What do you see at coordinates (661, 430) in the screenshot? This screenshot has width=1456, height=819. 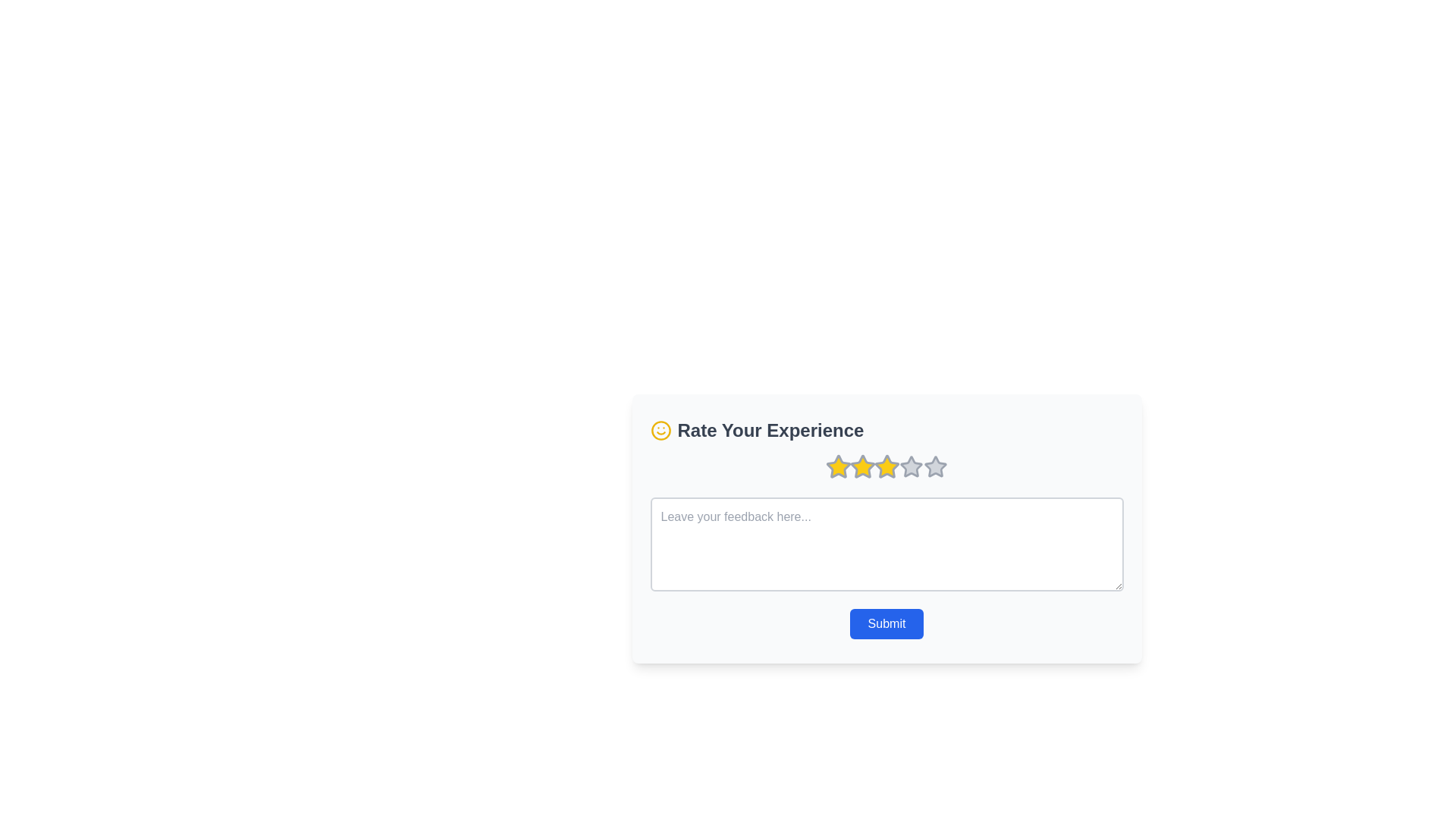 I see `the circular icon border of the smiley face, which serves as the boundary for the feedback option located to the left of the 'Rate Your Experience' text` at bounding box center [661, 430].